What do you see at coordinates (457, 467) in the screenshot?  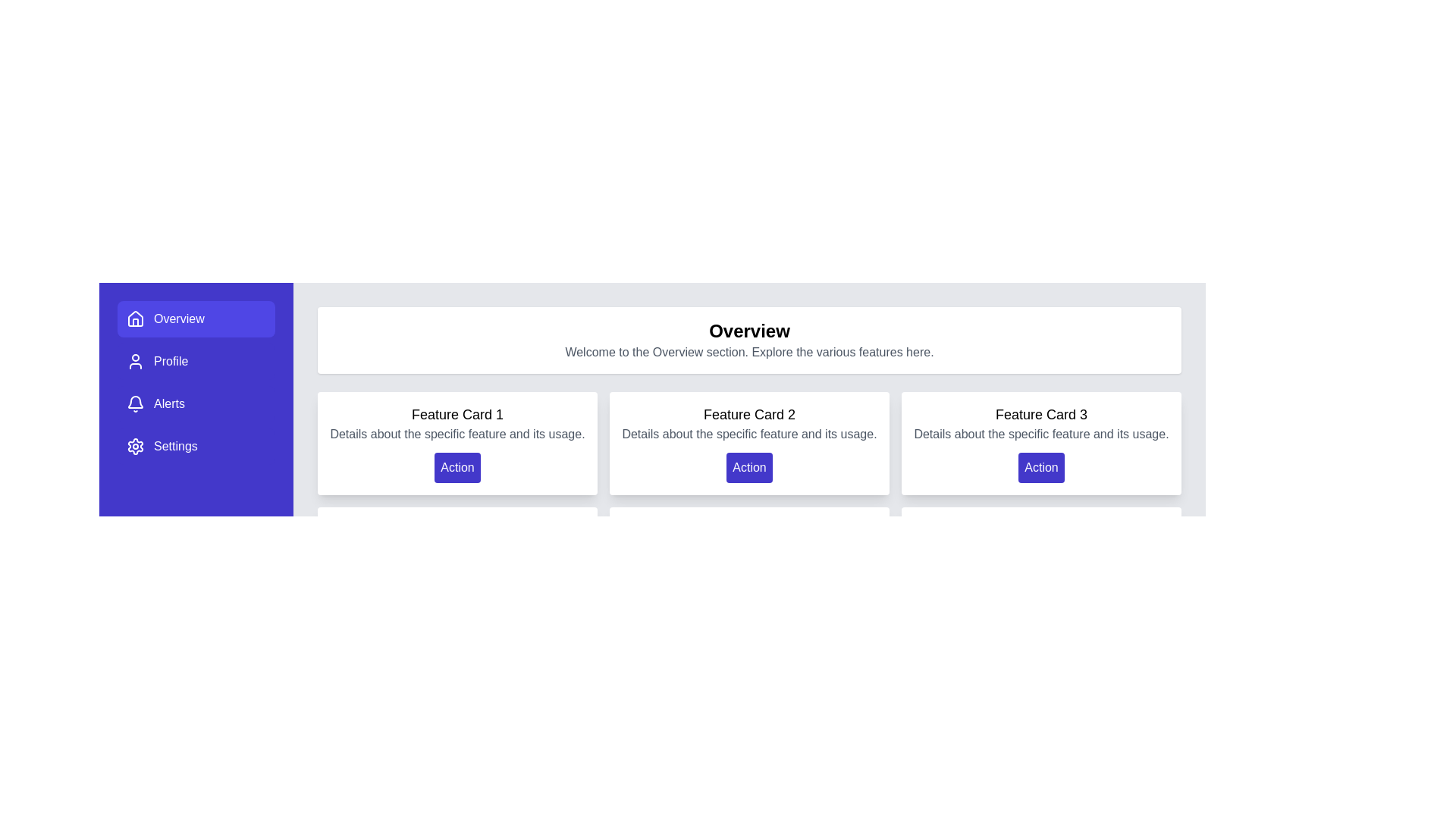 I see `the 'Action' button` at bounding box center [457, 467].